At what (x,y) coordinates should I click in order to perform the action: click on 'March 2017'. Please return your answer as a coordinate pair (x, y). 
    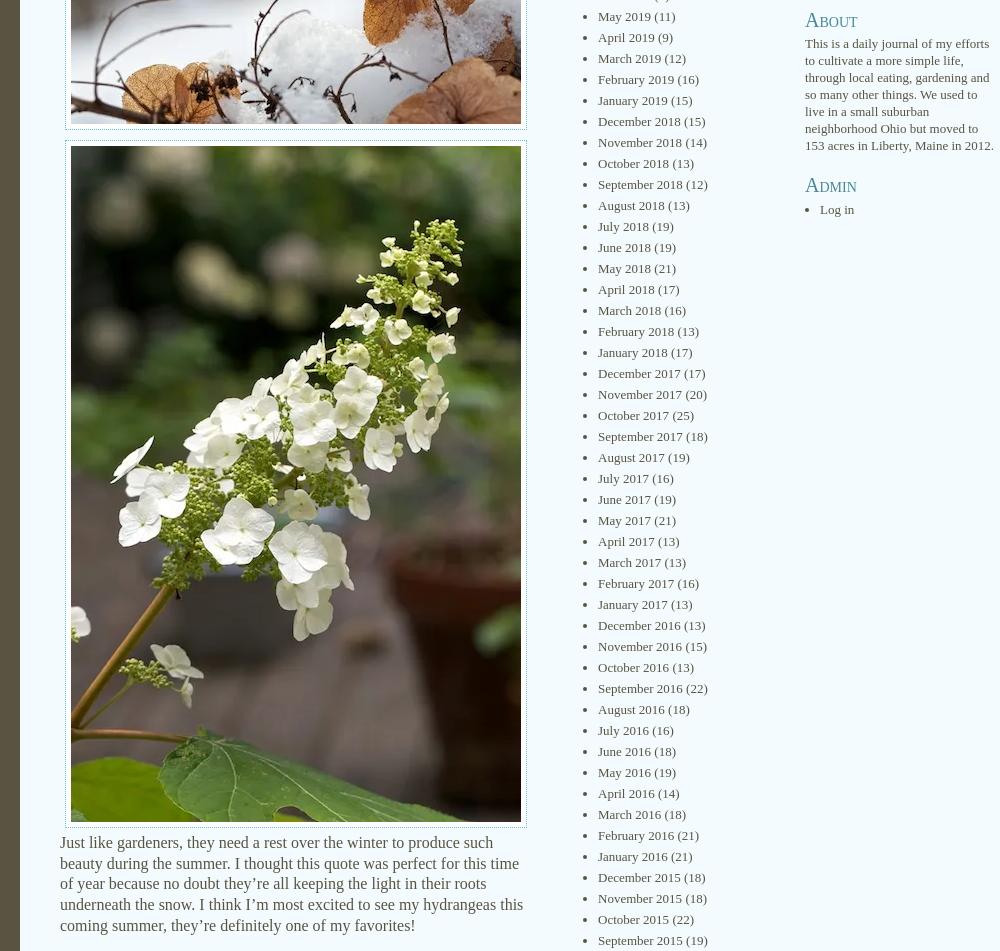
    Looking at the image, I should click on (629, 561).